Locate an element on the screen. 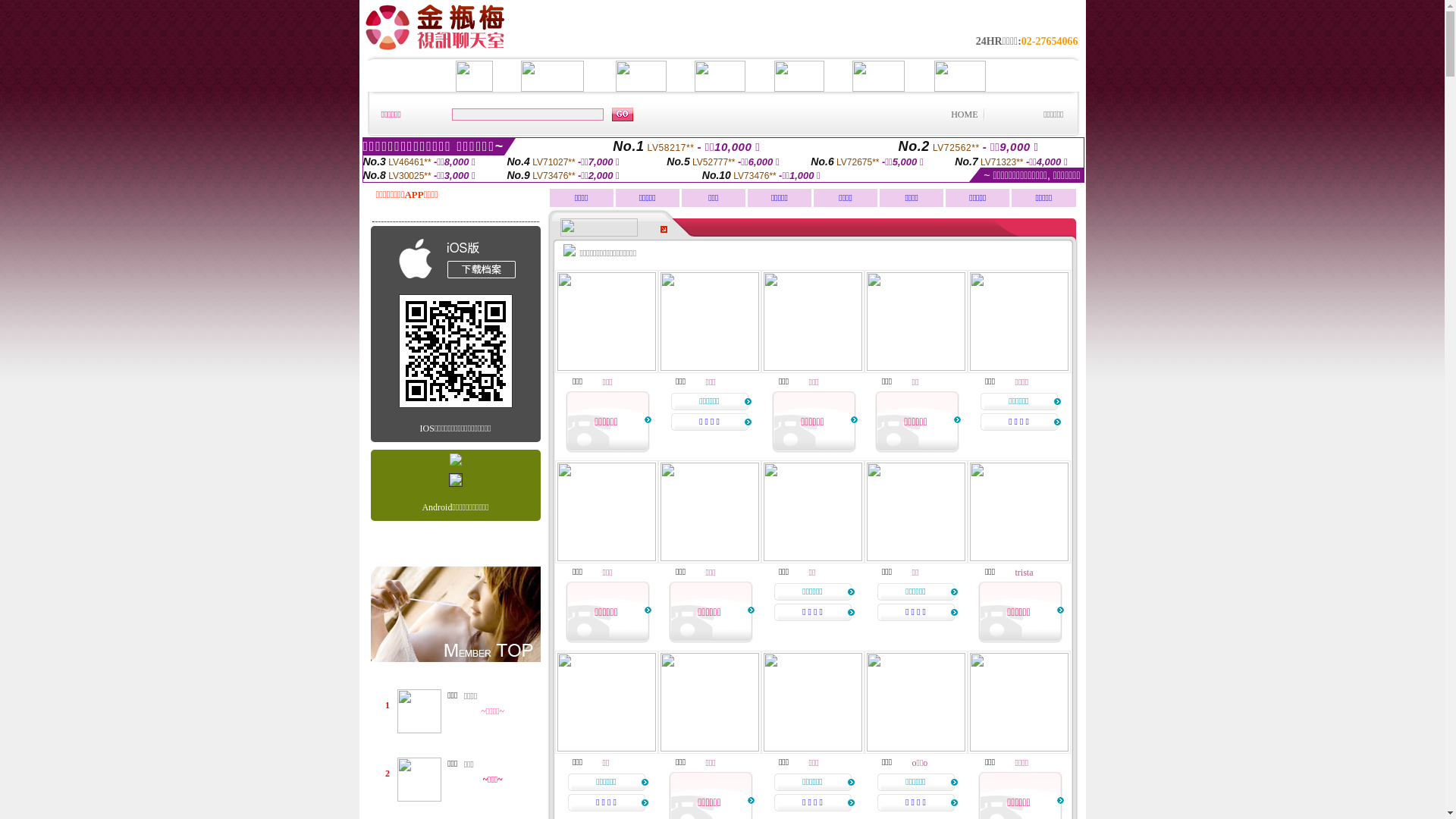 This screenshot has height=819, width=1456. 'HOME' is located at coordinates (949, 113).